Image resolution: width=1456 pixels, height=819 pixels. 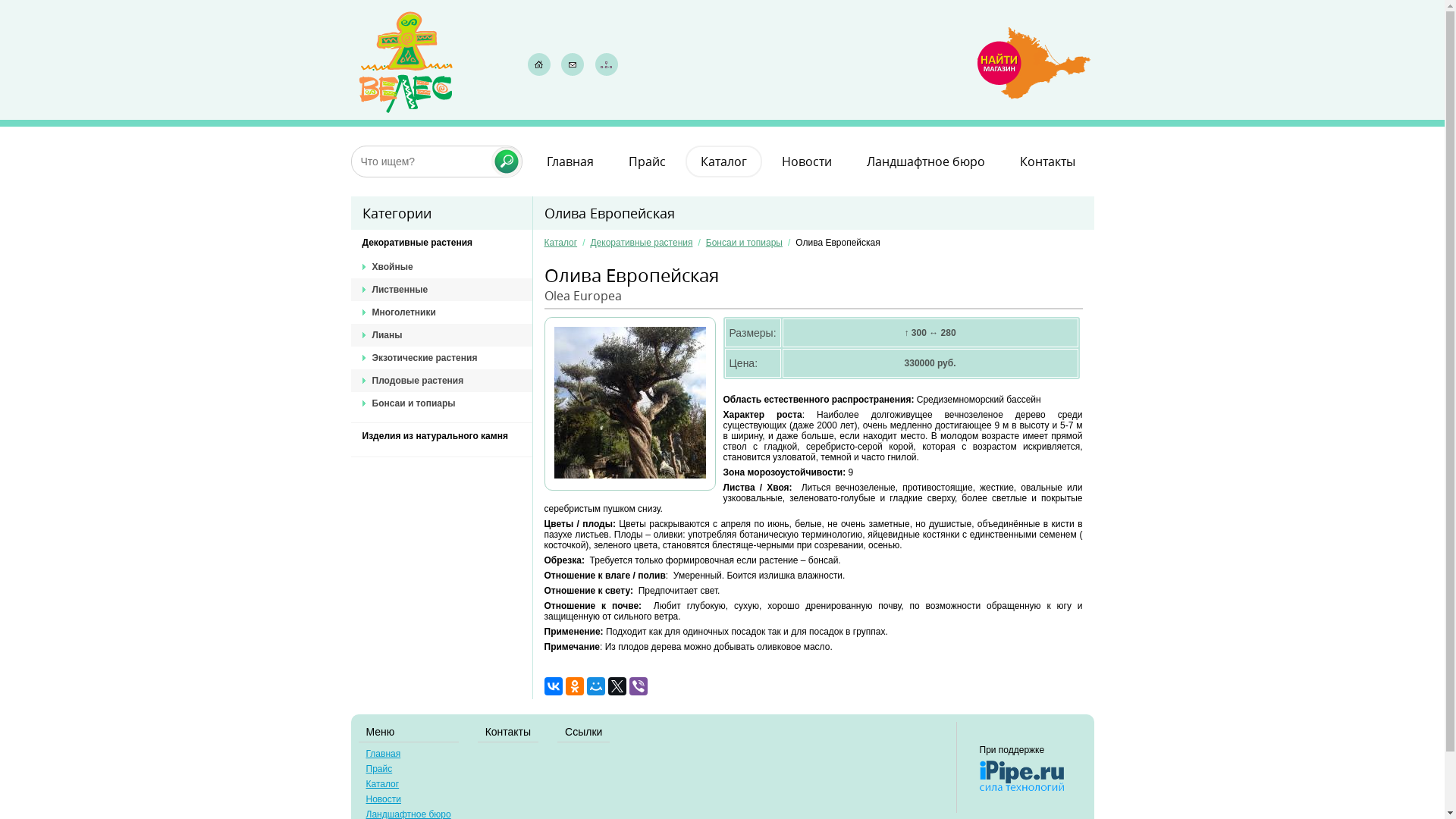 I want to click on 'Twitter', so click(x=607, y=686).